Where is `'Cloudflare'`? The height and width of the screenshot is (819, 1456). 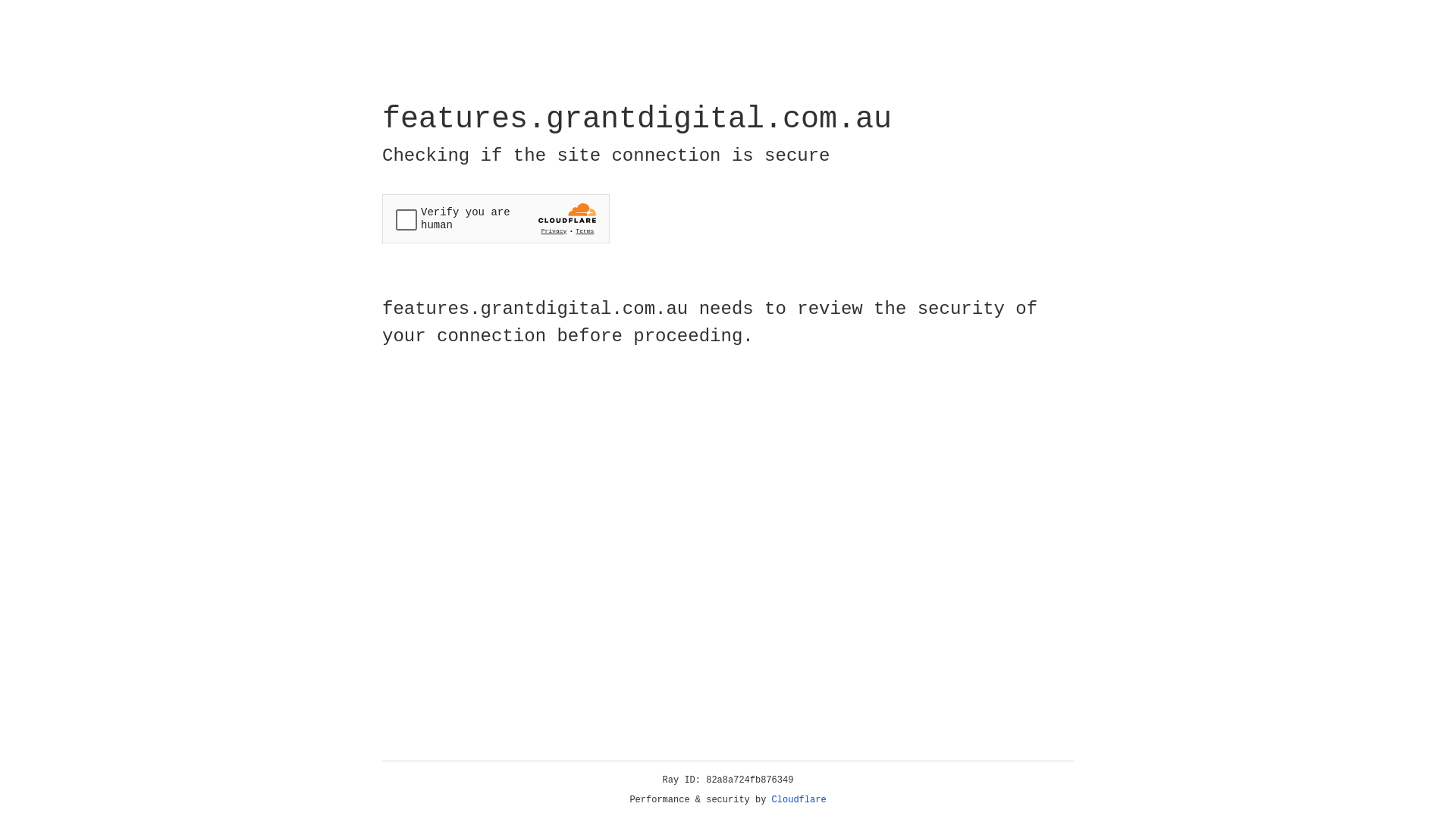
'Cloudflare' is located at coordinates (799, 799).